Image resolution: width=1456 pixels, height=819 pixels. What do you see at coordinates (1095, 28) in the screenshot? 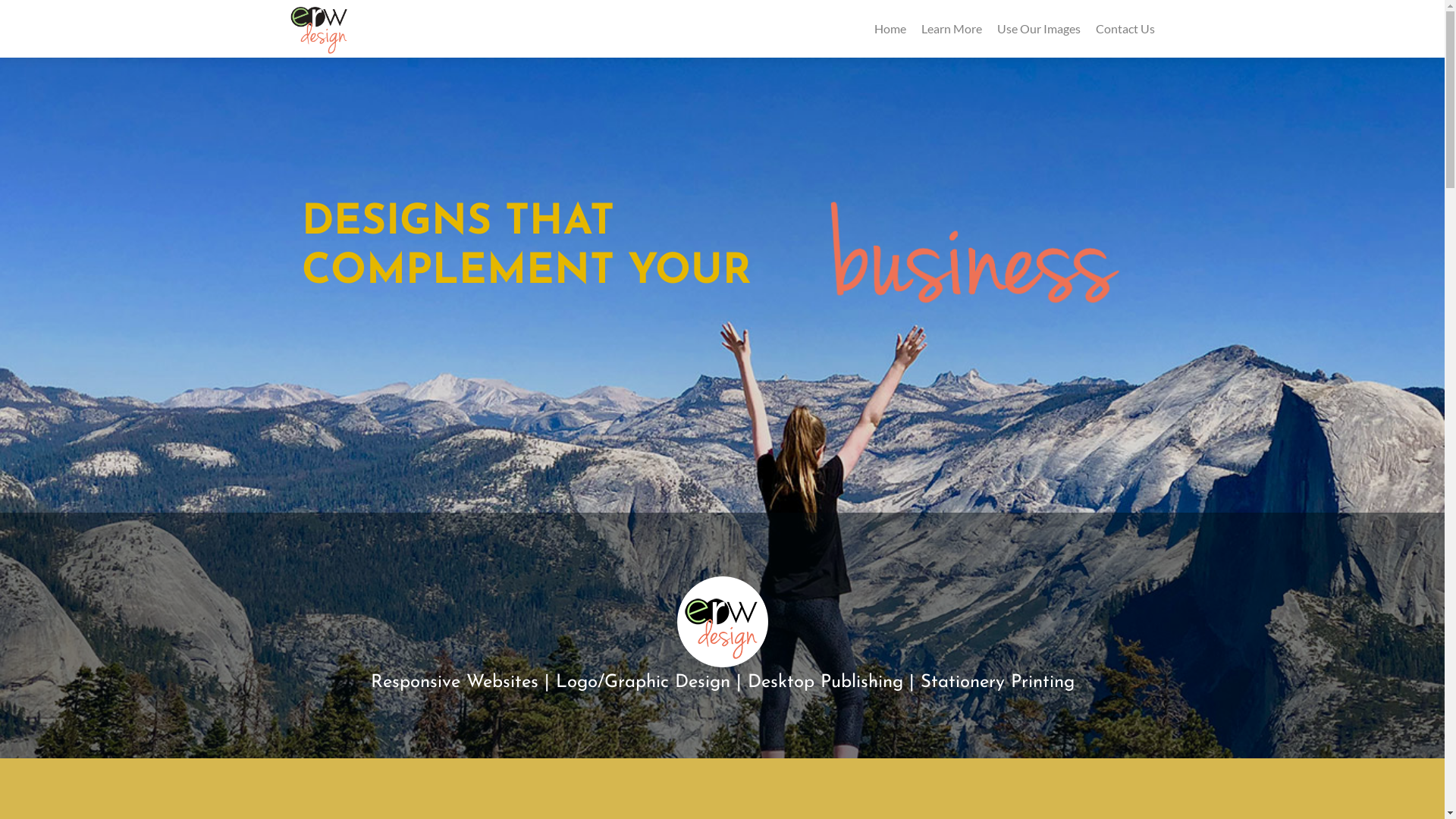
I see `'Contact Us'` at bounding box center [1095, 28].